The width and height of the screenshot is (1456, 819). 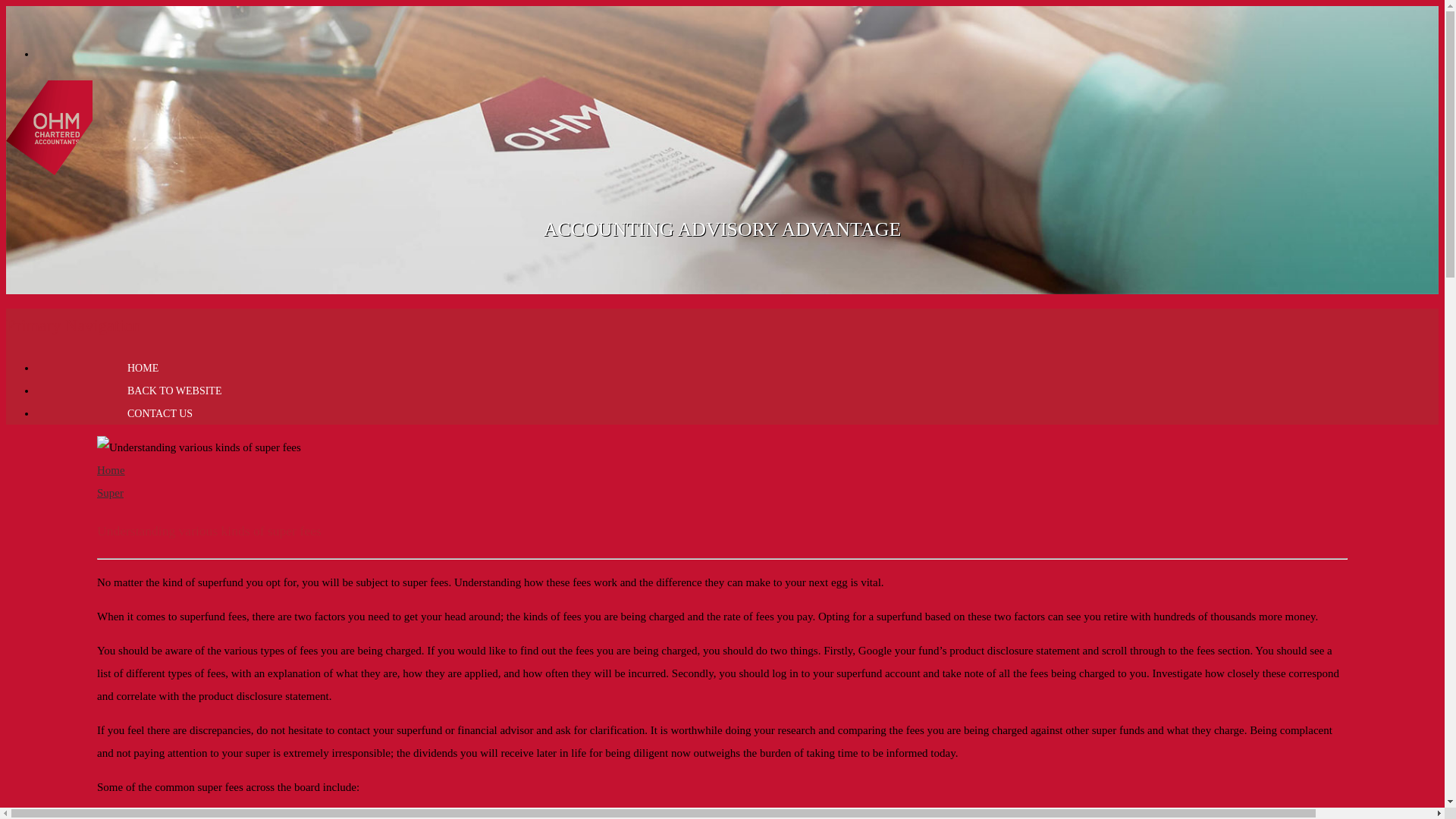 I want to click on 'Super', so click(x=109, y=493).